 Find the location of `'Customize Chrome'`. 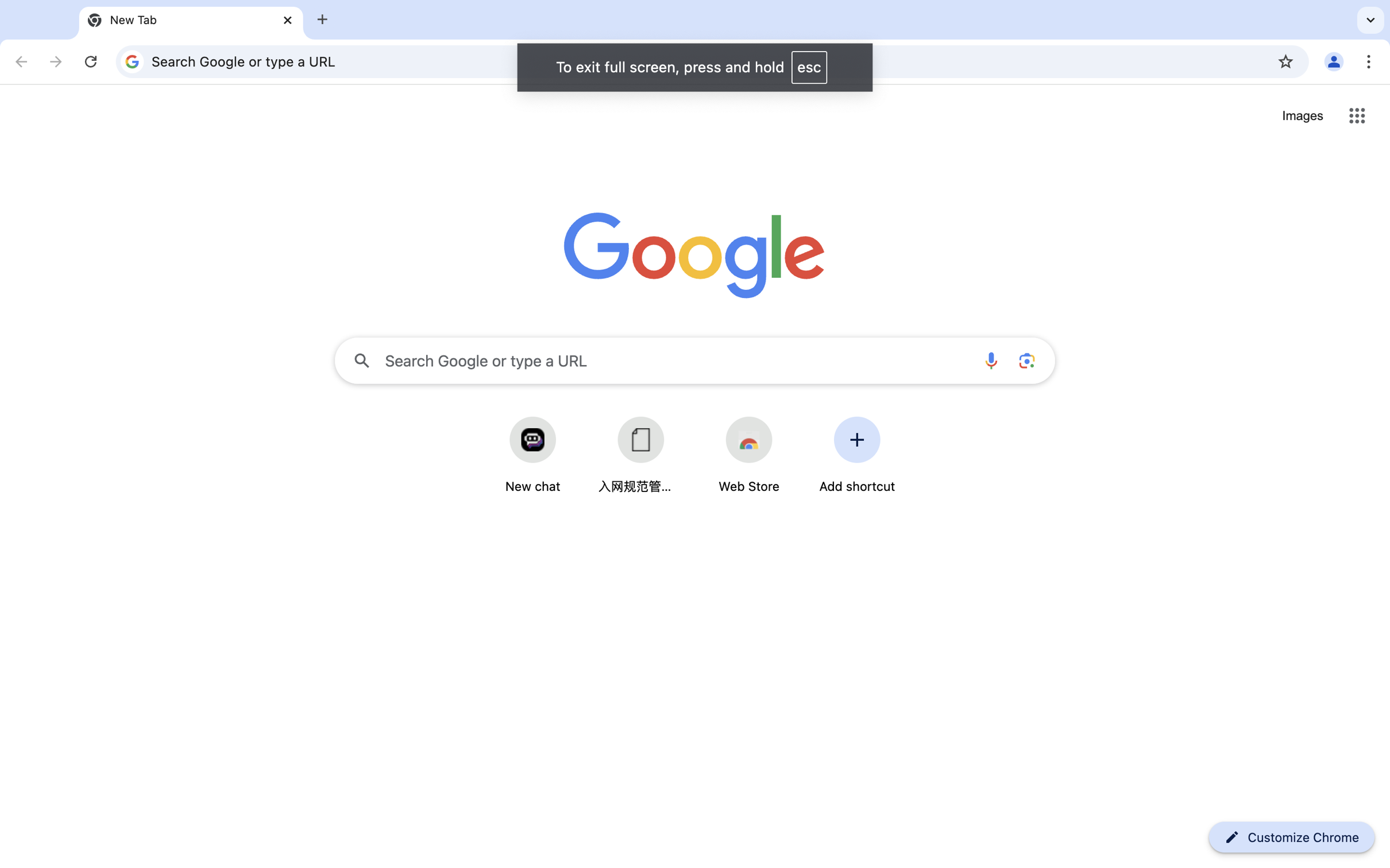

'Customize Chrome' is located at coordinates (1303, 837).